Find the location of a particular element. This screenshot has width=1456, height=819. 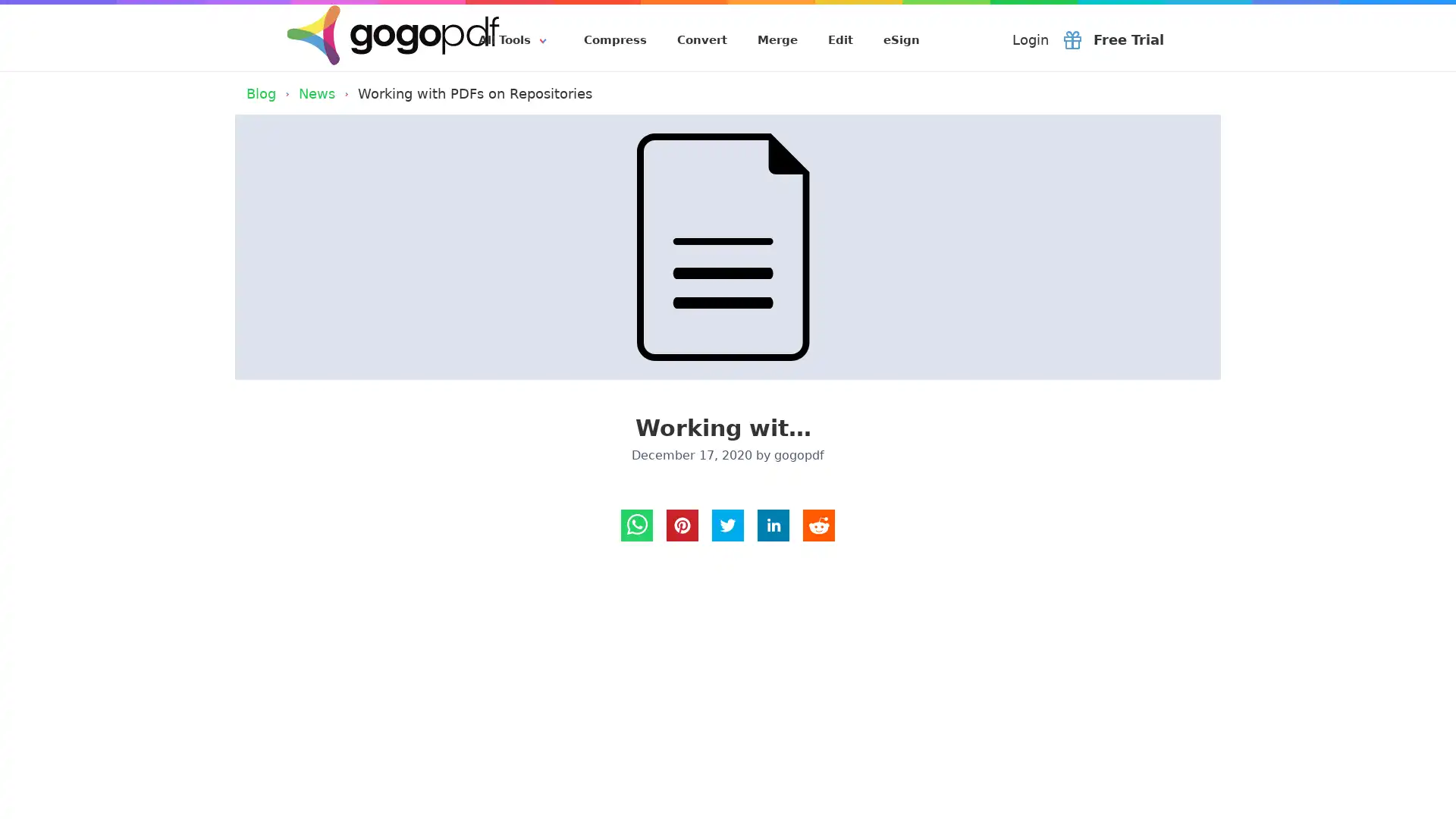

whatsapp is located at coordinates (637, 525).